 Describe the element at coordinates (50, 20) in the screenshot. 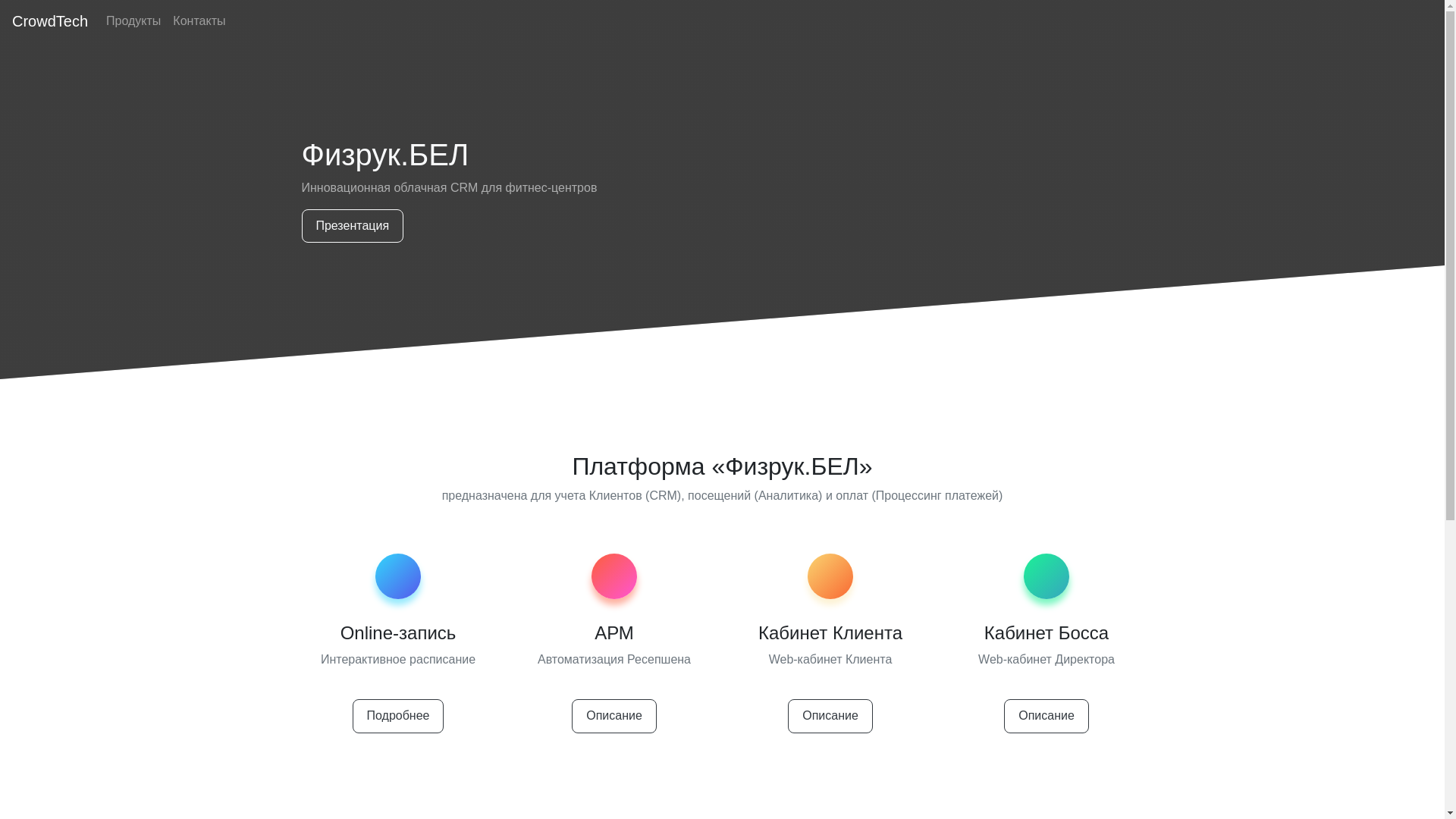

I see `'CrowdTech'` at that location.